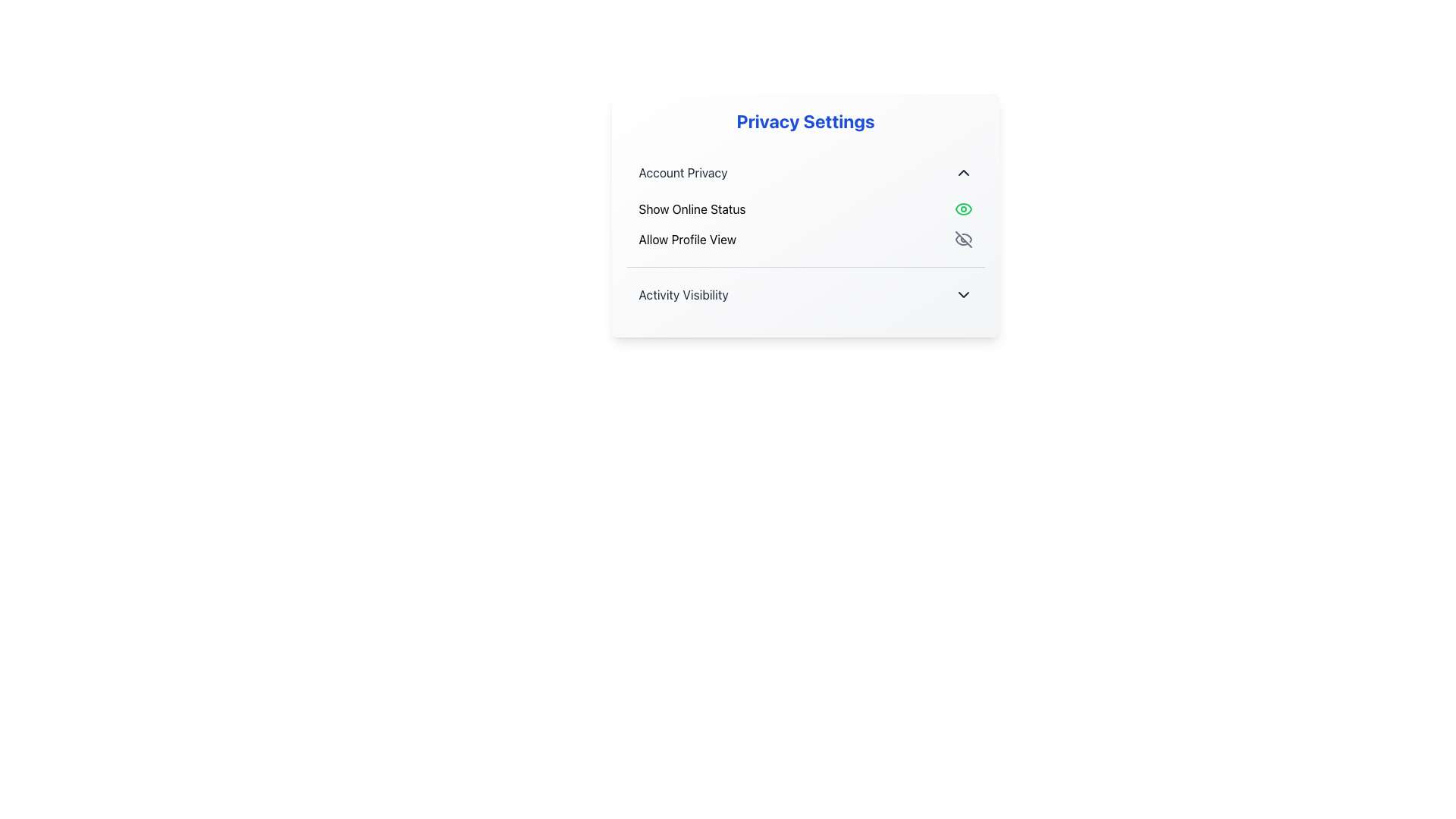 Image resolution: width=1456 pixels, height=819 pixels. I want to click on the 'Privacy Options' section in the 'Privacy Settings' area, so click(805, 234).